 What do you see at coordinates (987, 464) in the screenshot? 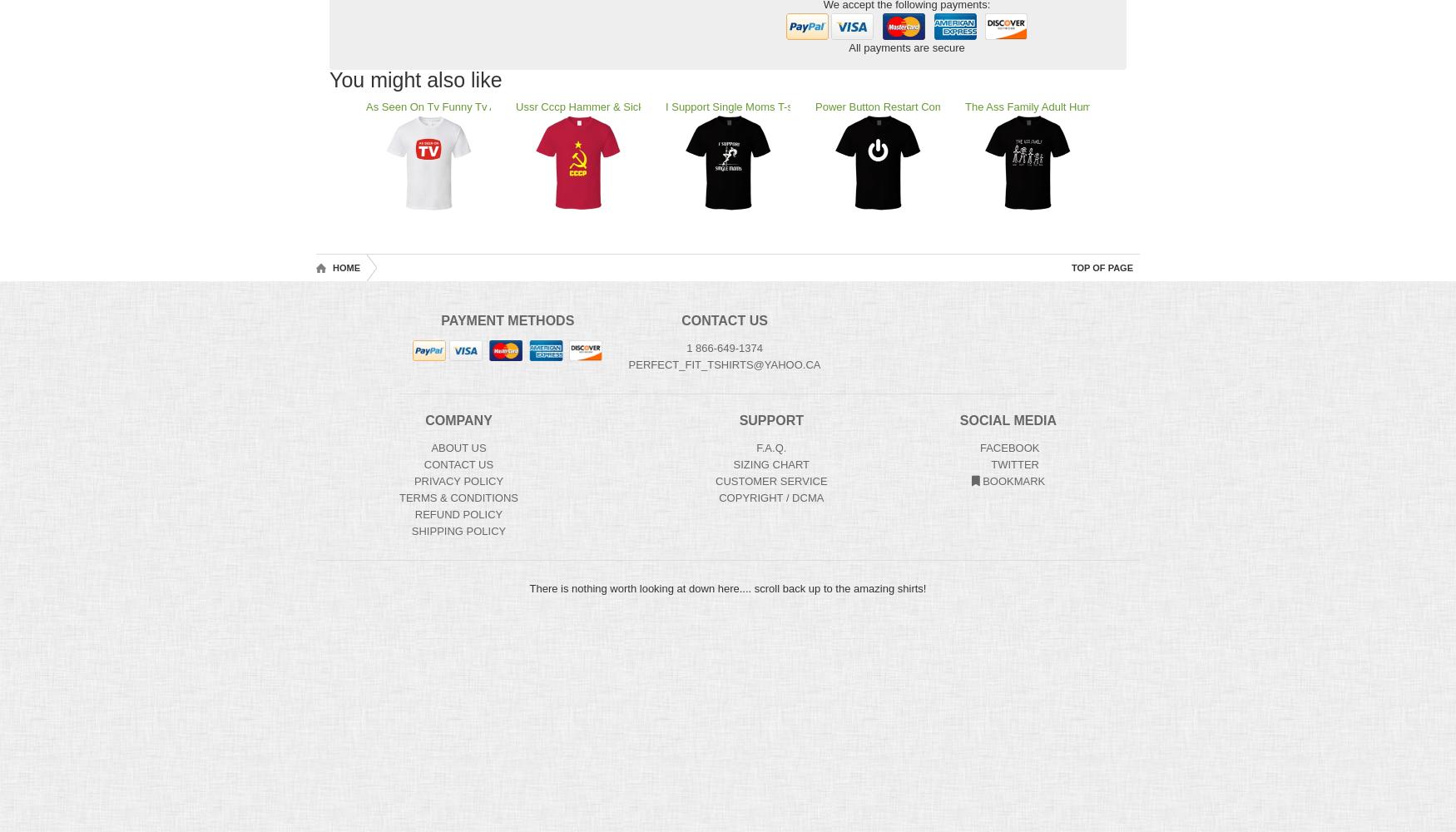
I see `'Twitter'` at bounding box center [987, 464].